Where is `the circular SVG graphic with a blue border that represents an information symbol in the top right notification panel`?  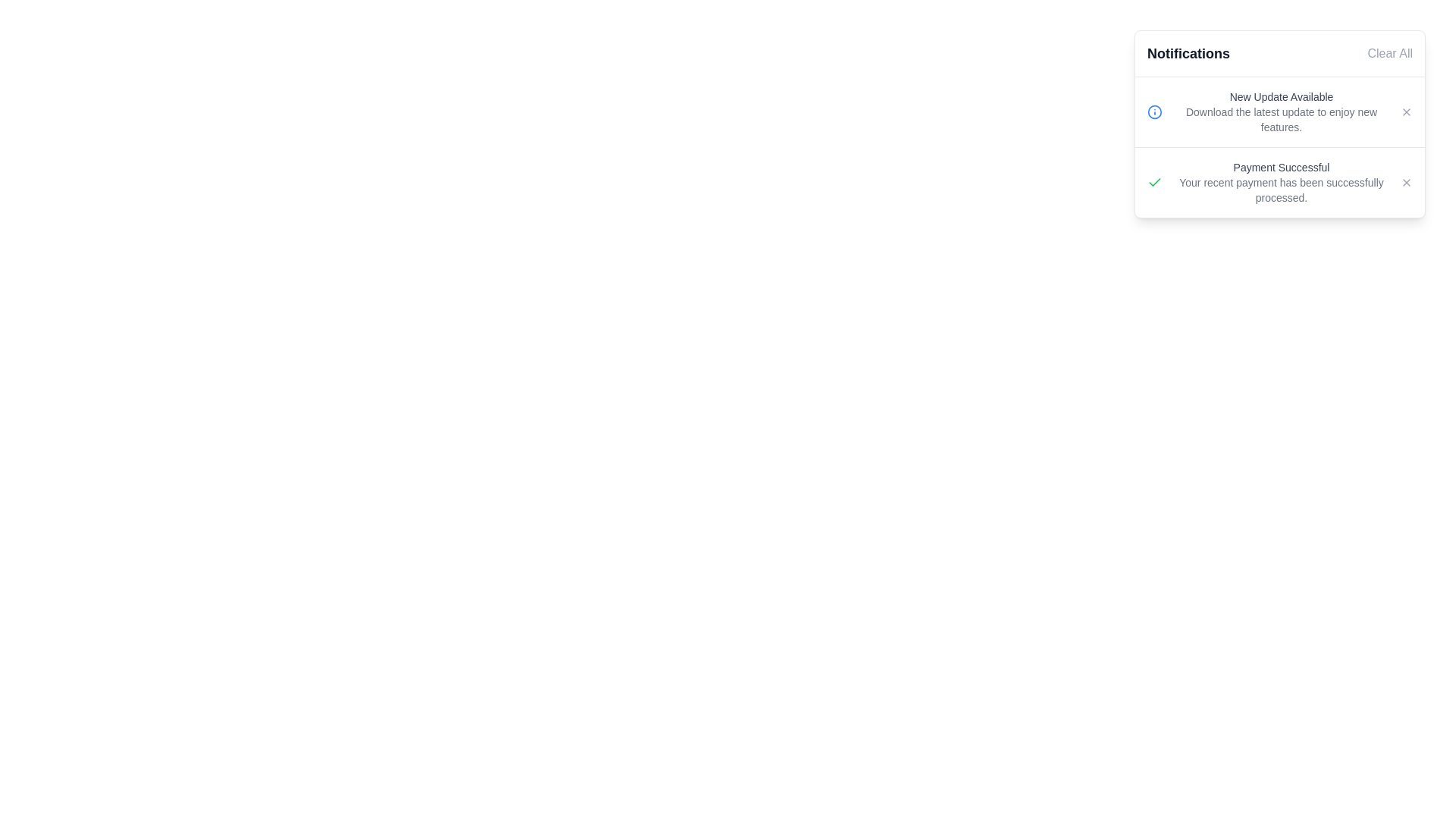
the circular SVG graphic with a blue border that represents an information symbol in the top right notification panel is located at coordinates (1153, 111).